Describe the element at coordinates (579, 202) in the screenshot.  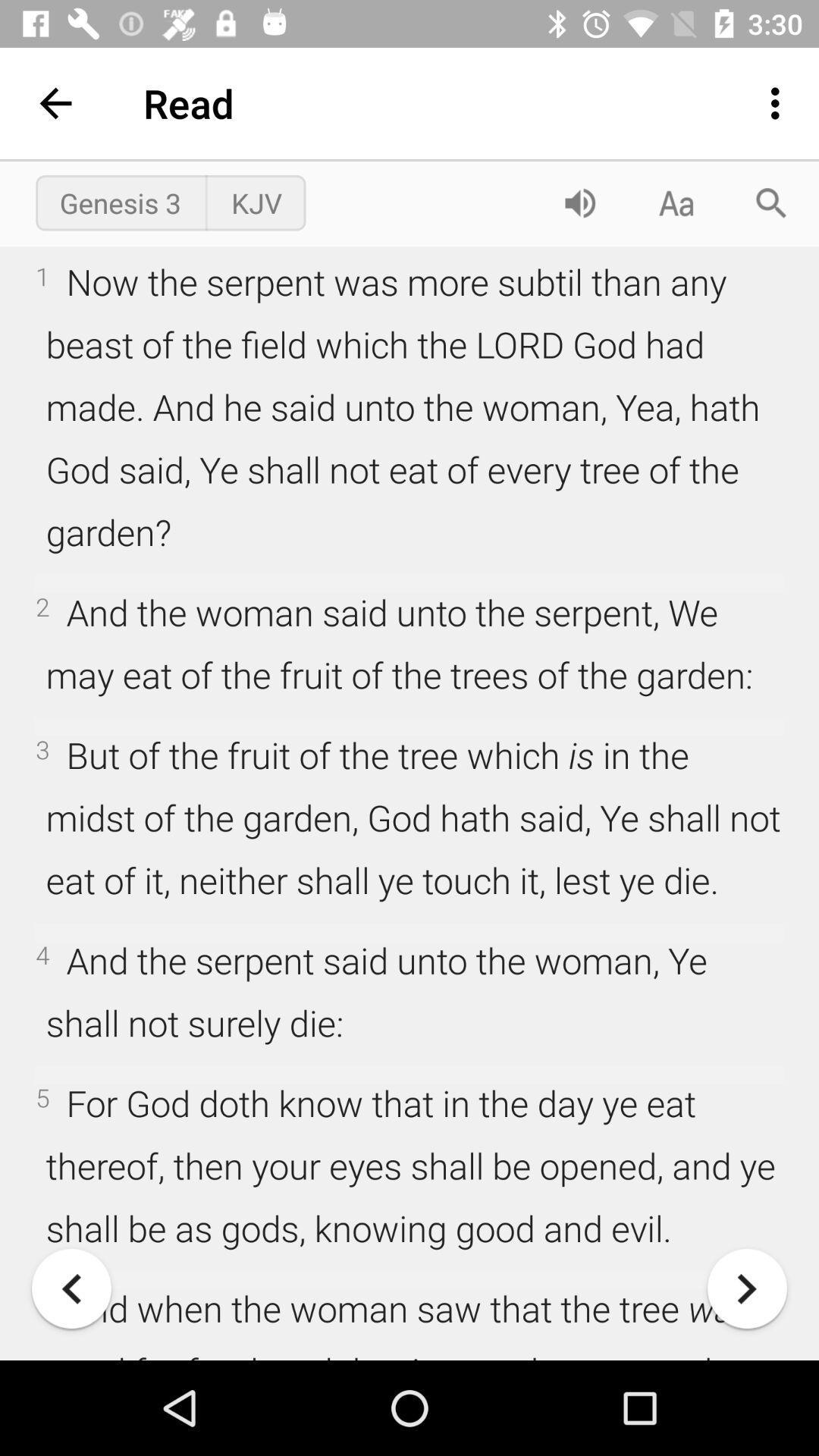
I see `control volume` at that location.